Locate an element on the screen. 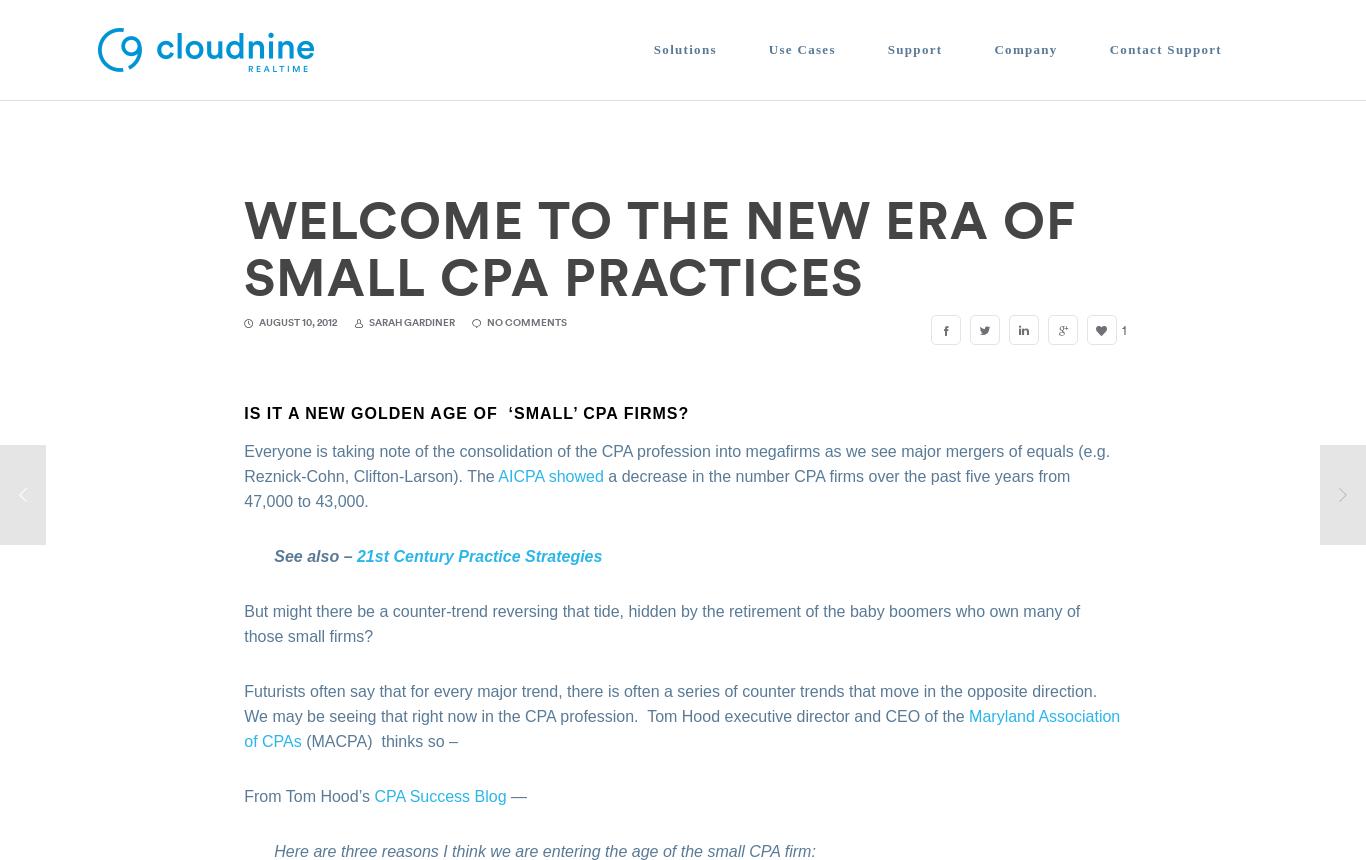 This screenshot has width=1366, height=860. '(MACPA)  thinks so –' is located at coordinates (378, 739).